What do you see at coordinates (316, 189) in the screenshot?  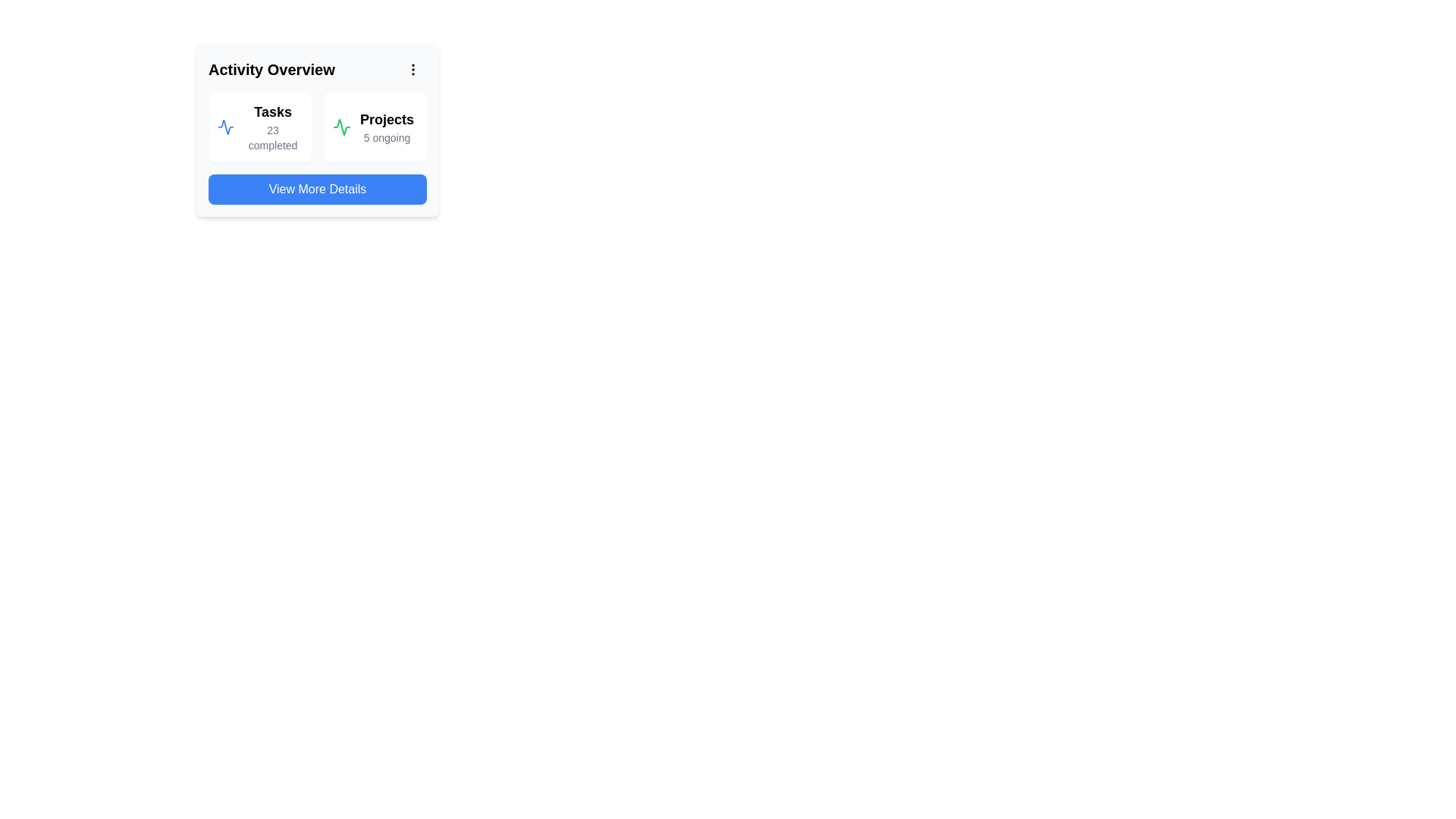 I see `the blue rectangular button labeled 'View More Details' located at the bottom of the 'Activity Overview' card` at bounding box center [316, 189].